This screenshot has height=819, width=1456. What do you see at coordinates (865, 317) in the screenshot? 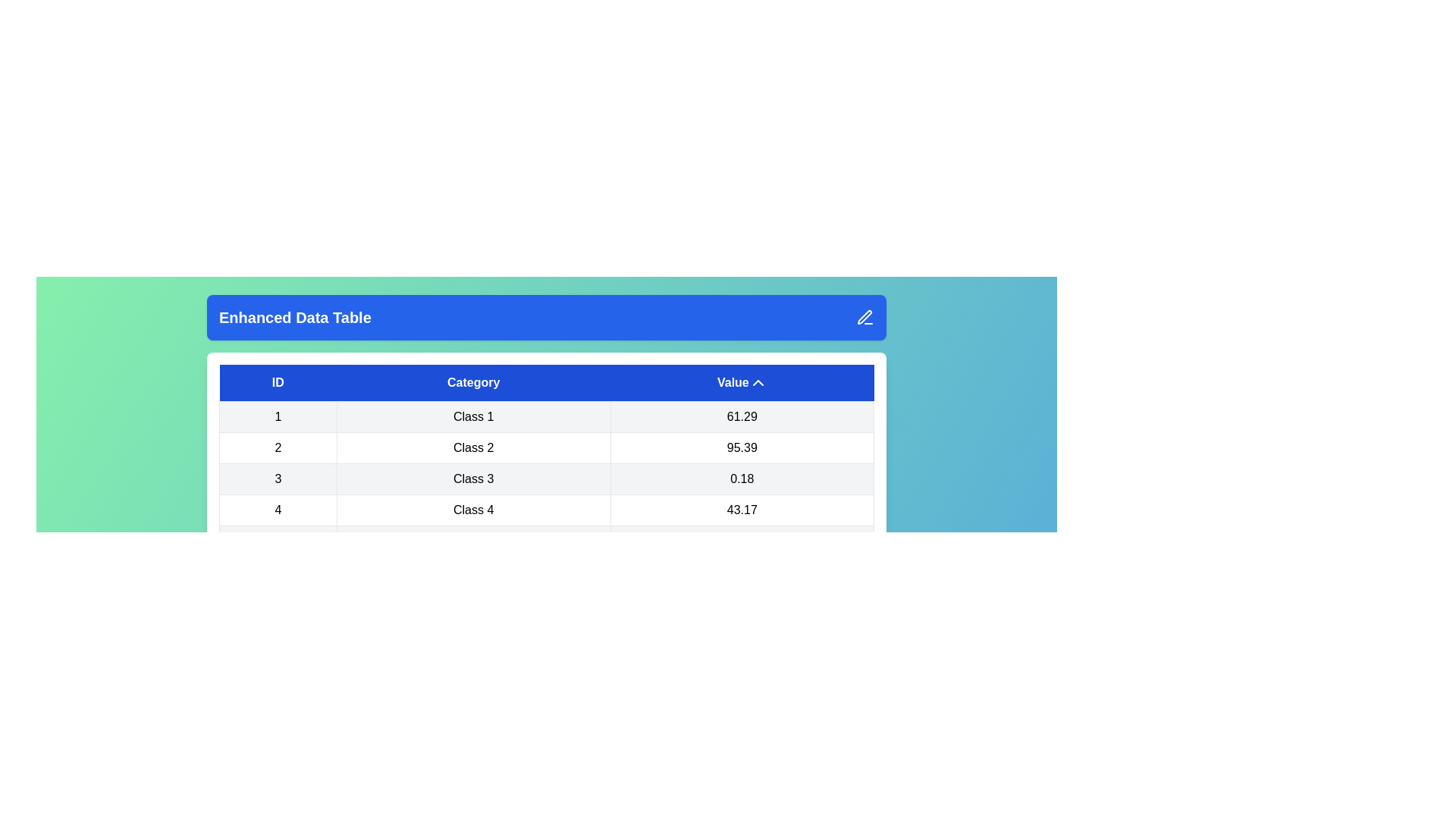
I see `the edit icon to display any associated tooltip or effect` at bounding box center [865, 317].